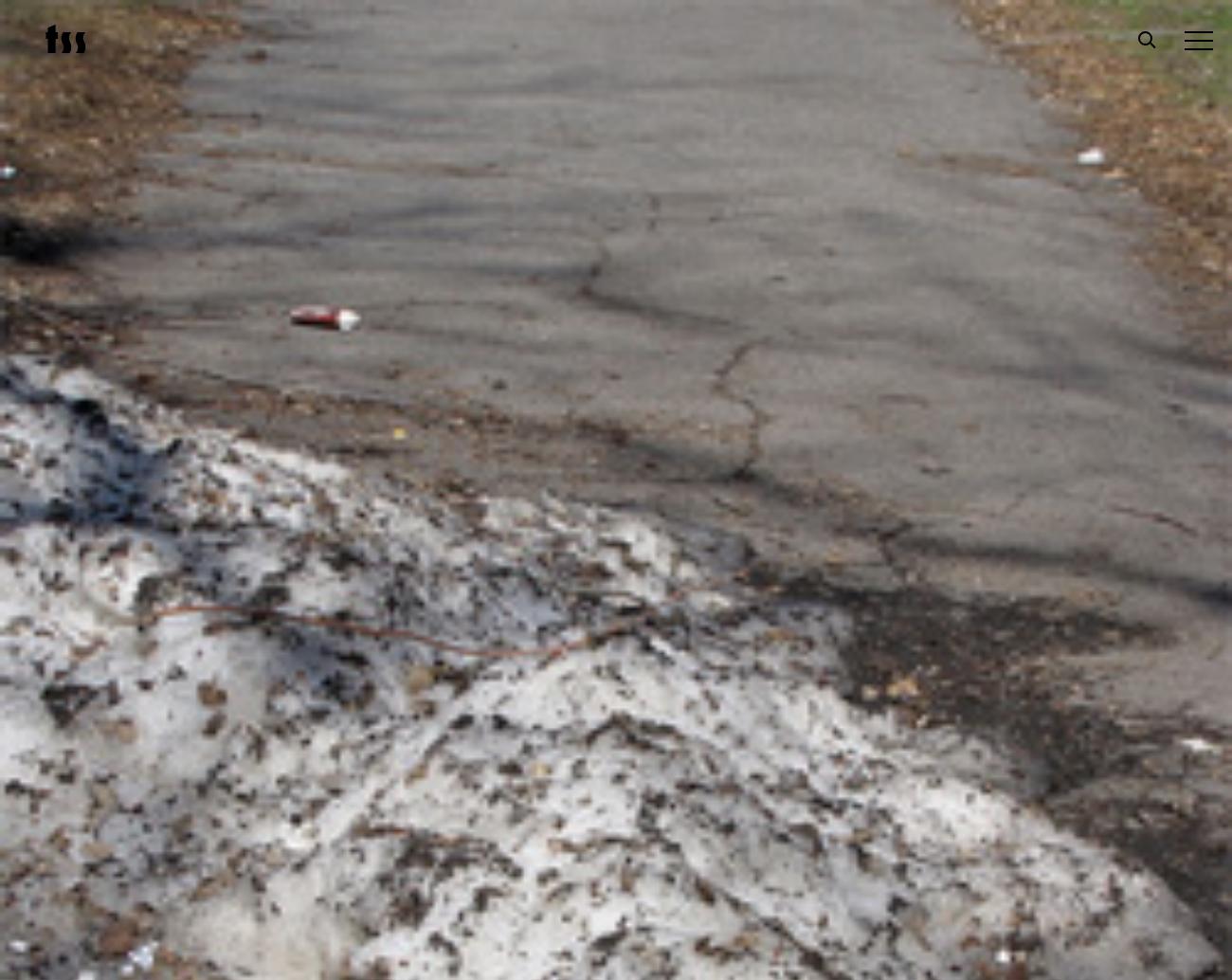  Describe the element at coordinates (123, 628) in the screenshot. I see `'Contributors'` at that location.